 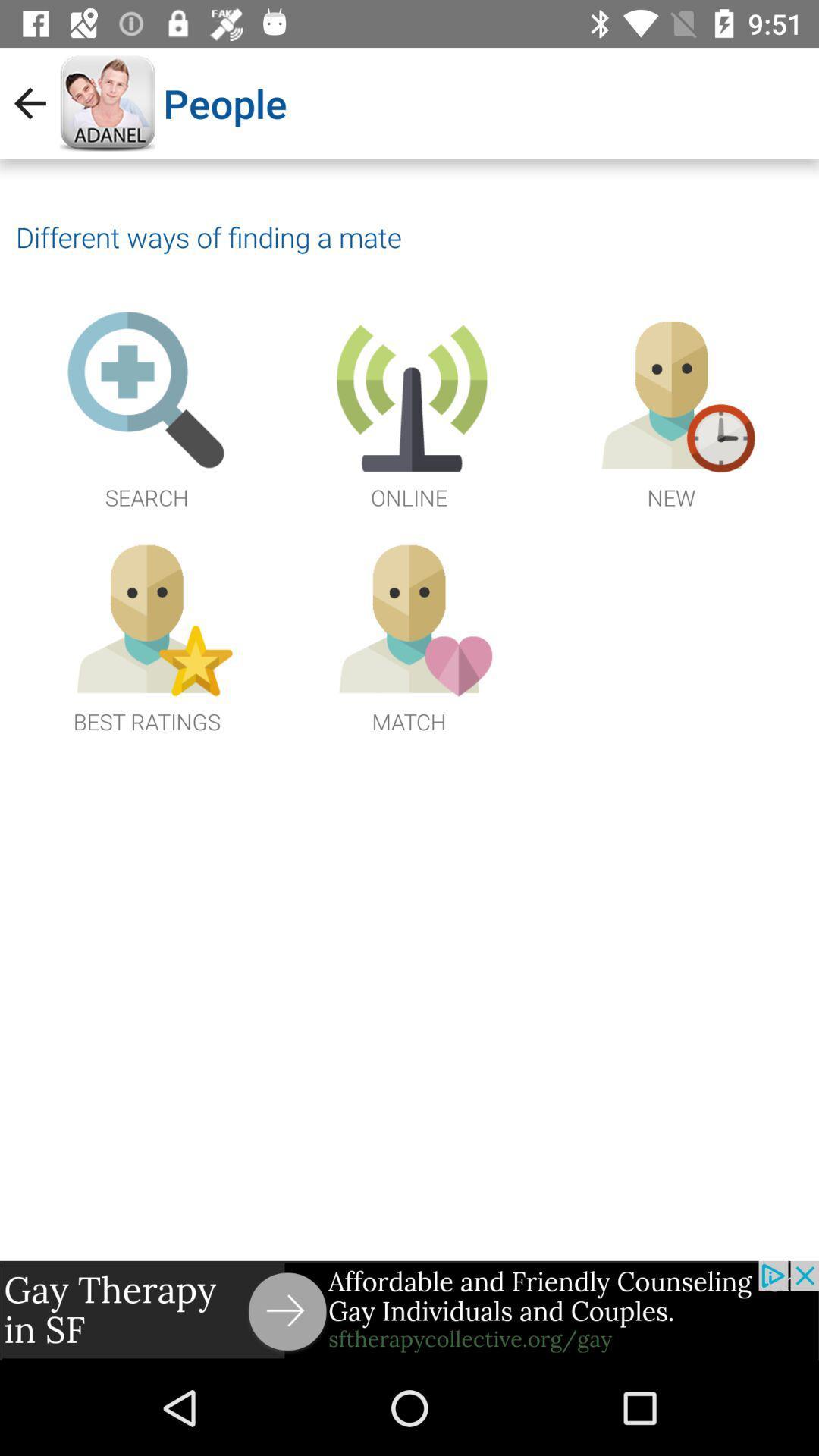 I want to click on check matches, so click(x=408, y=634).